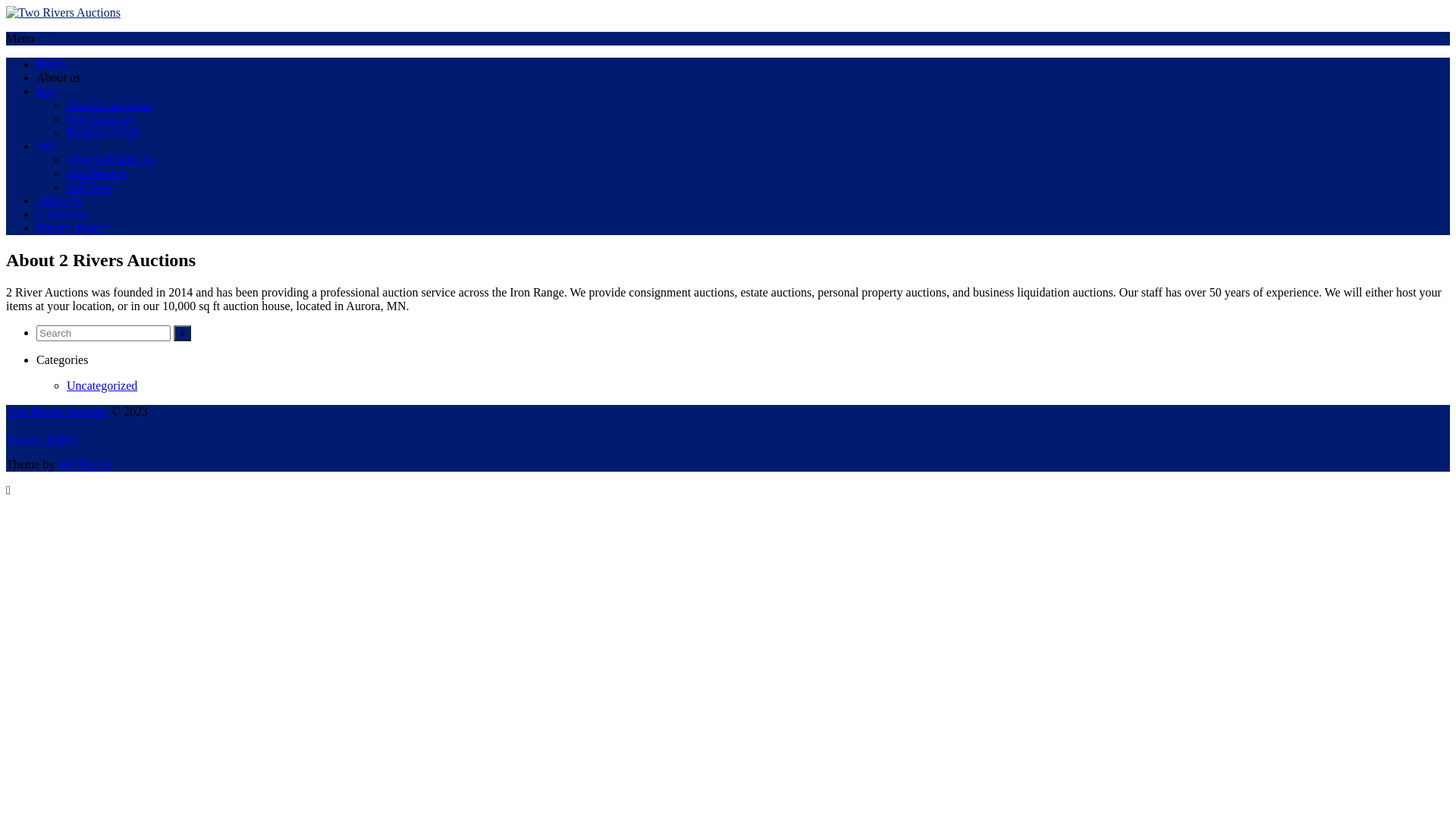 The width and height of the screenshot is (1456, 819). I want to click on 'The Process', so click(95, 172).